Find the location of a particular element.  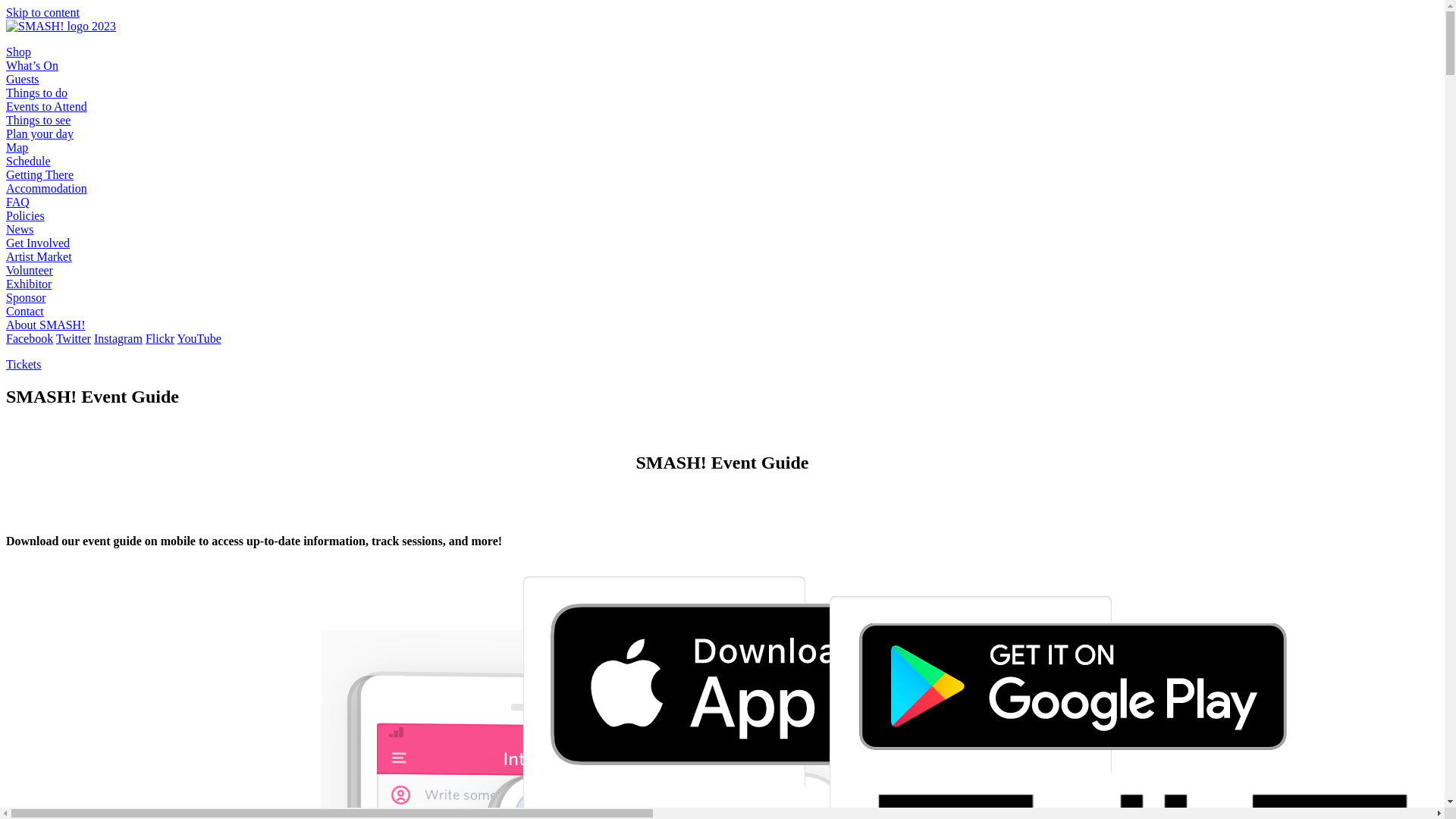

'Get Involved' is located at coordinates (37, 242).